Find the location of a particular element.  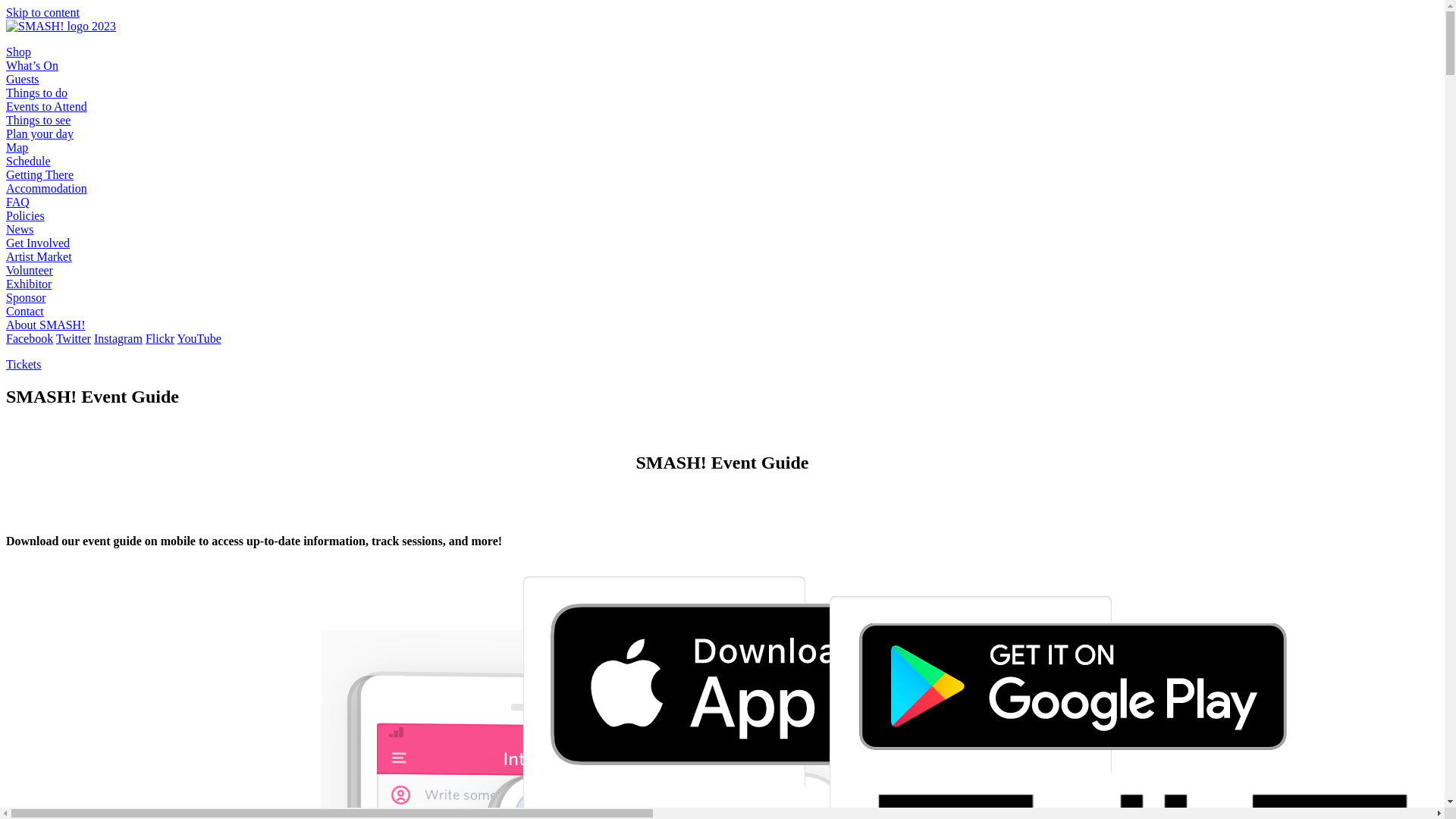

'Get Involved' is located at coordinates (37, 242).